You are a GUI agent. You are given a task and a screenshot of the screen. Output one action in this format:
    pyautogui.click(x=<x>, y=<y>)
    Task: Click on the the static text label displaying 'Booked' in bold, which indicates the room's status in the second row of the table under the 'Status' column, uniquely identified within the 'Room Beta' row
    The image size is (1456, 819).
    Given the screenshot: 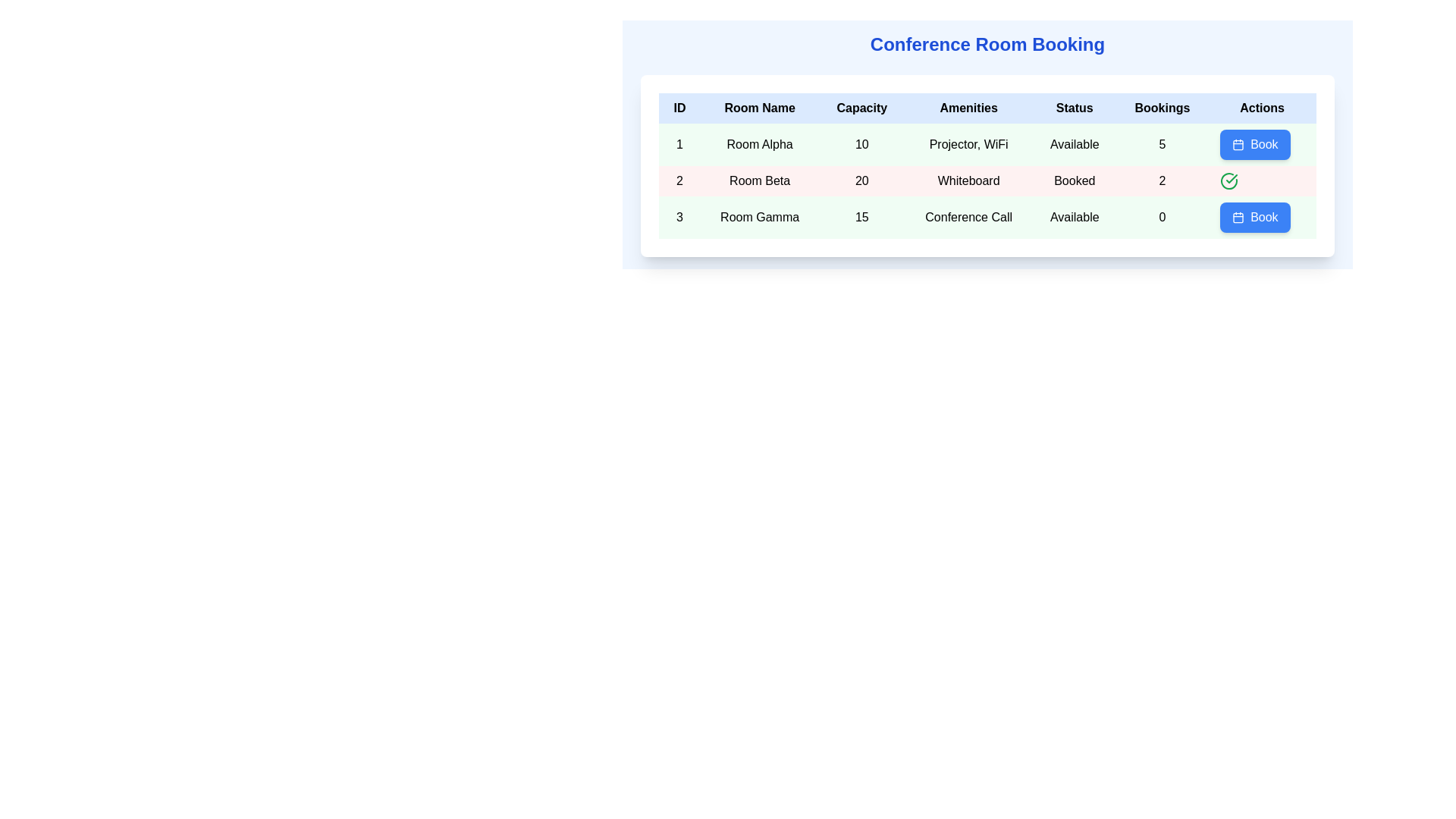 What is the action you would take?
    pyautogui.click(x=1074, y=180)
    